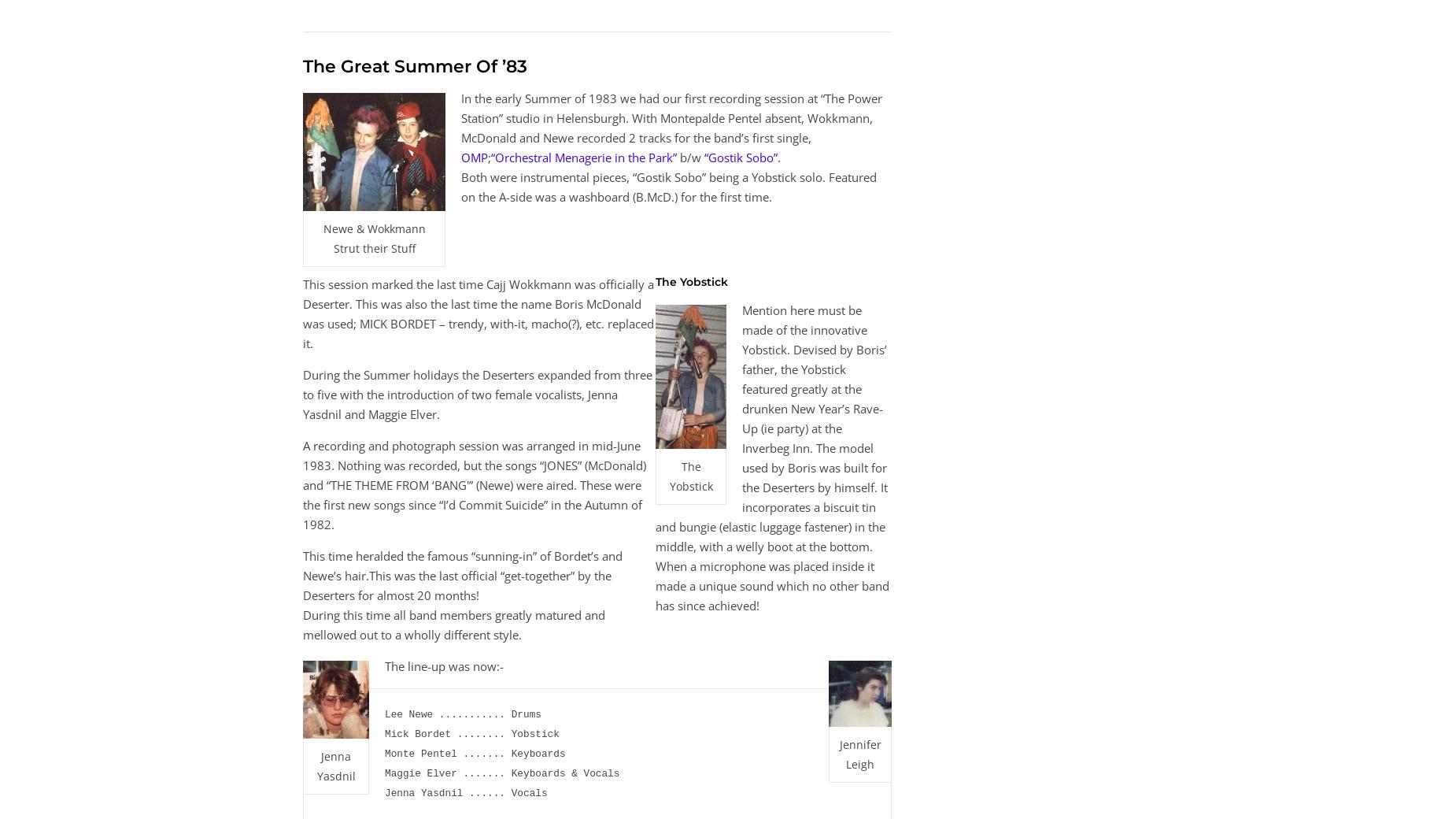 This screenshot has height=819, width=1456. What do you see at coordinates (584, 156) in the screenshot?
I see `'“Orchestral Menagerie in the Park”'` at bounding box center [584, 156].